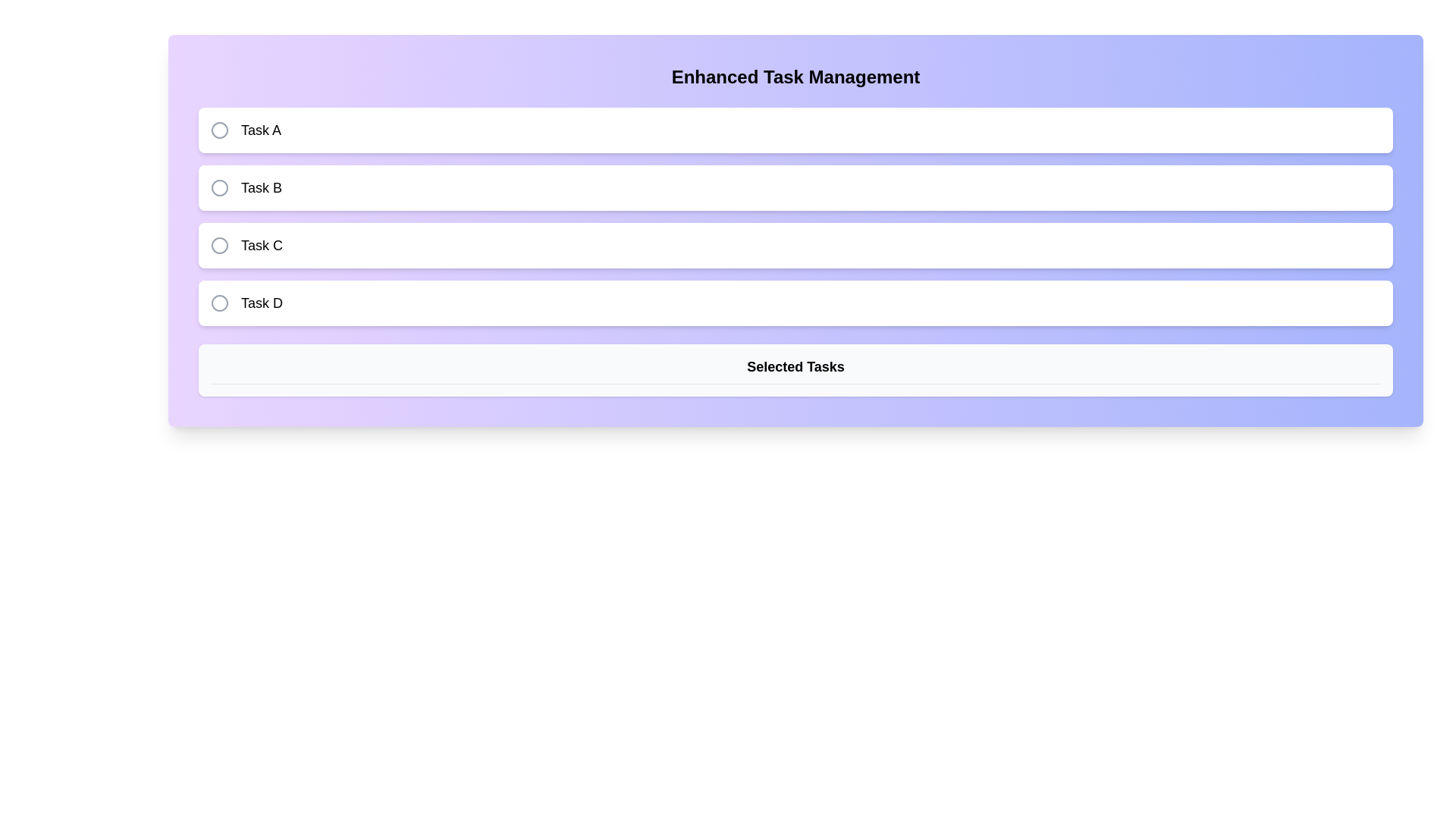 The width and height of the screenshot is (1456, 819). I want to click on the circular icon with a gray stroke located to the left of the text 'Task A', ensuring it is centered vertically within the task item, so click(218, 130).